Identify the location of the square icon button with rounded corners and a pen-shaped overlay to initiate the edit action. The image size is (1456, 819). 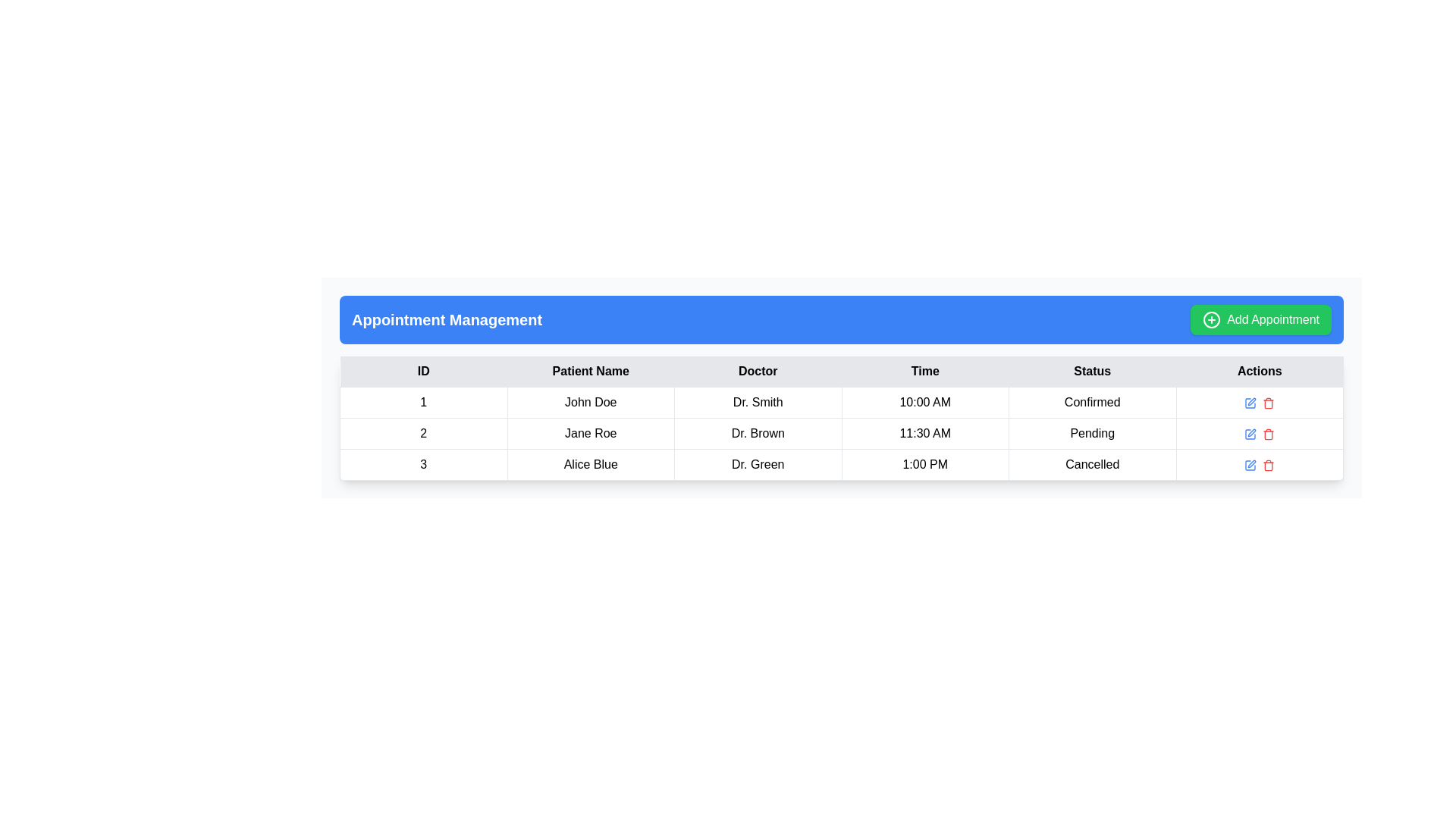
(1250, 434).